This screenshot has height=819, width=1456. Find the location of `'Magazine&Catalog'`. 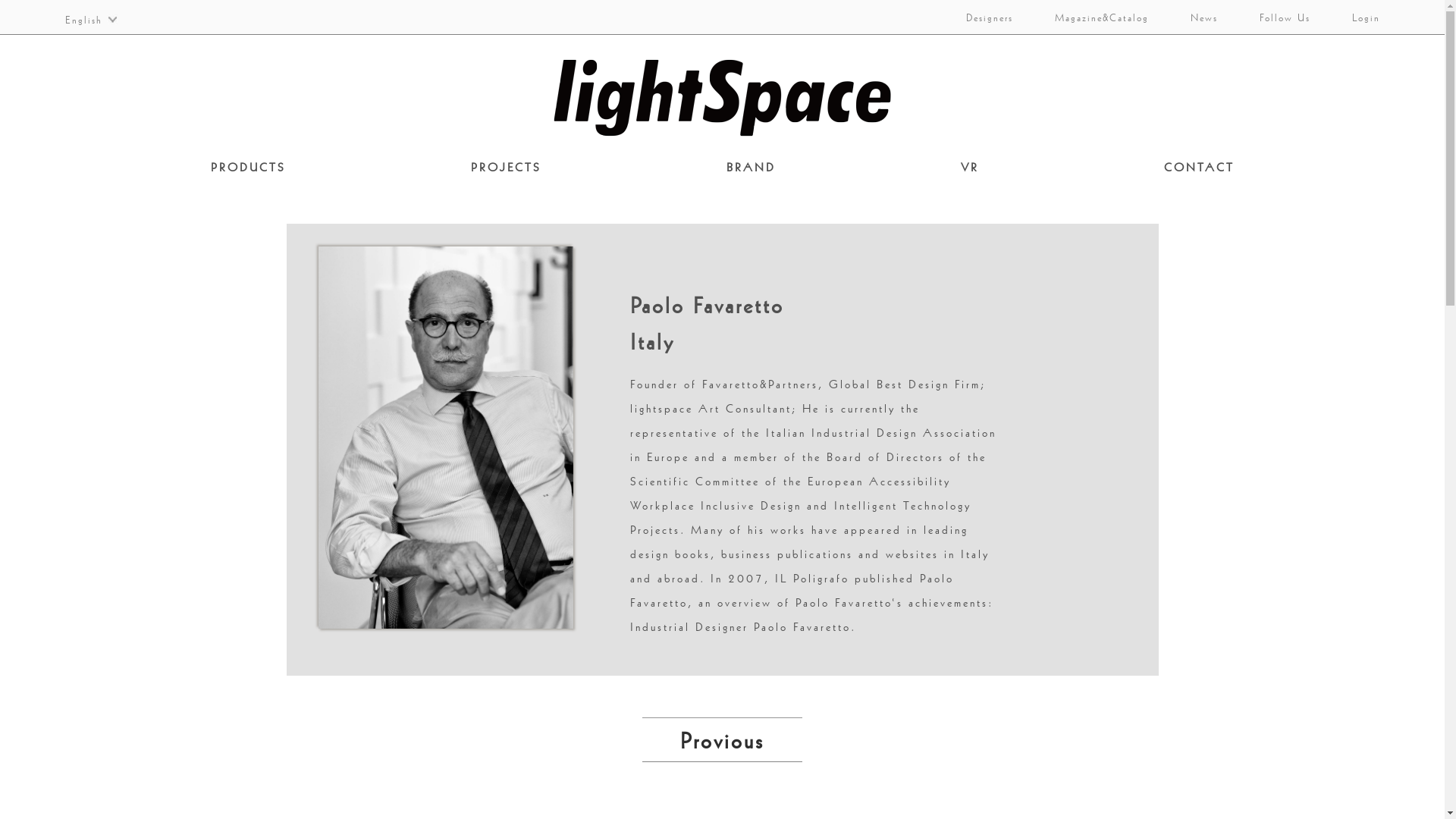

'Magazine&Catalog' is located at coordinates (1092, 17).